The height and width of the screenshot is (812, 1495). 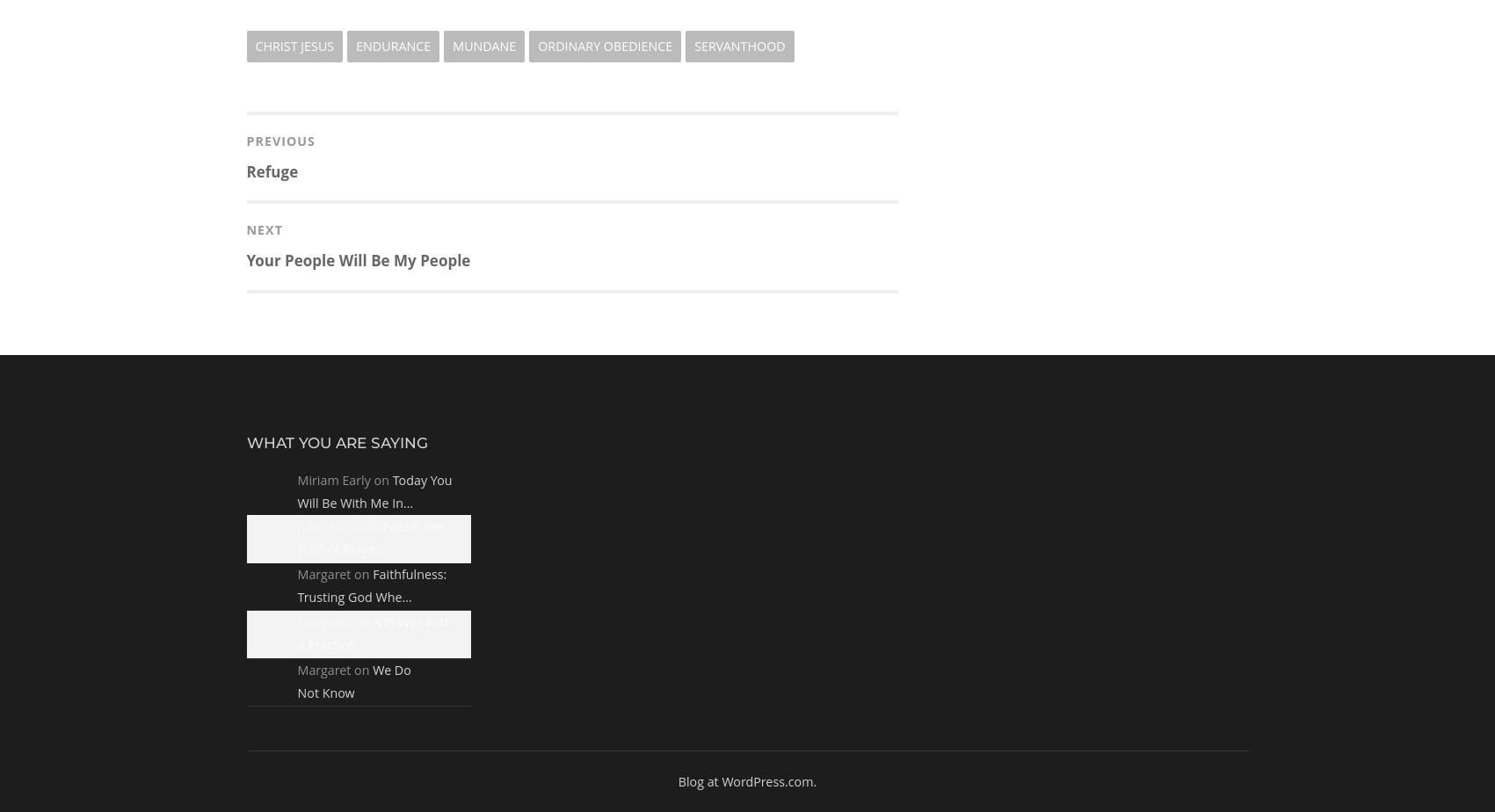 I want to click on 'Christ Jesus', so click(x=294, y=46).